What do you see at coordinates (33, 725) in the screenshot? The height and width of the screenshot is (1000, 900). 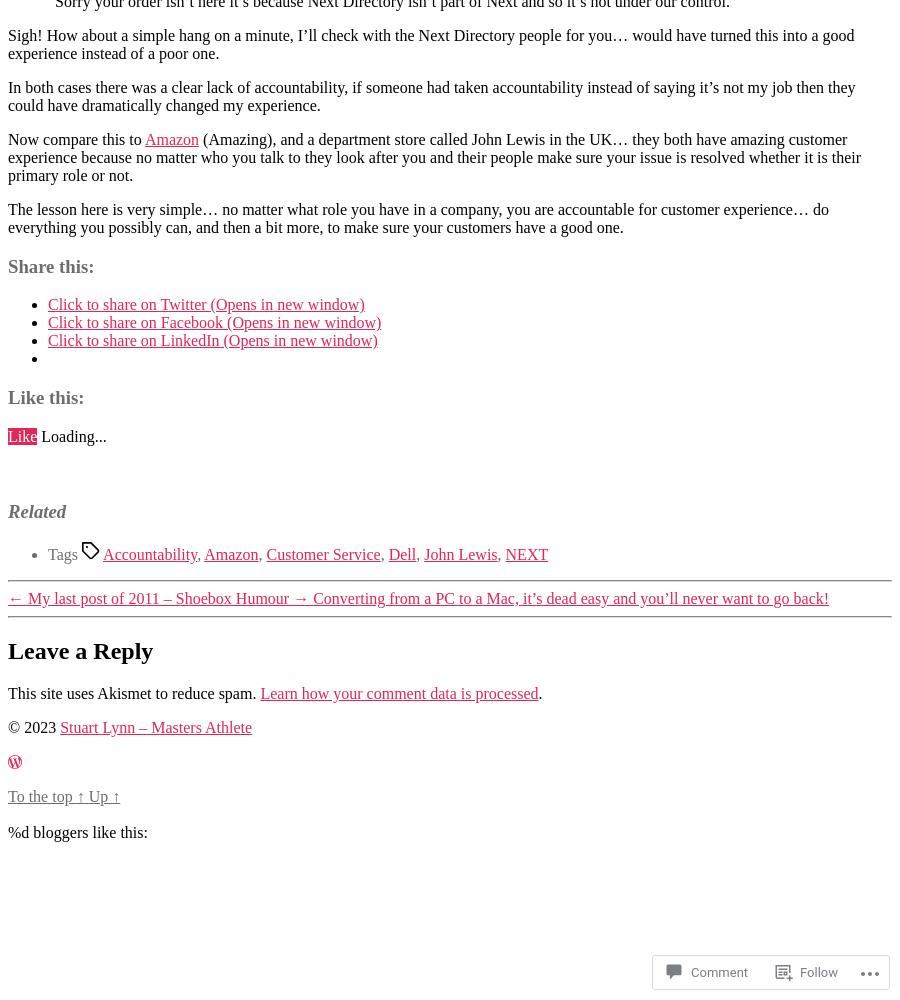 I see `'©
							2023'` at bounding box center [33, 725].